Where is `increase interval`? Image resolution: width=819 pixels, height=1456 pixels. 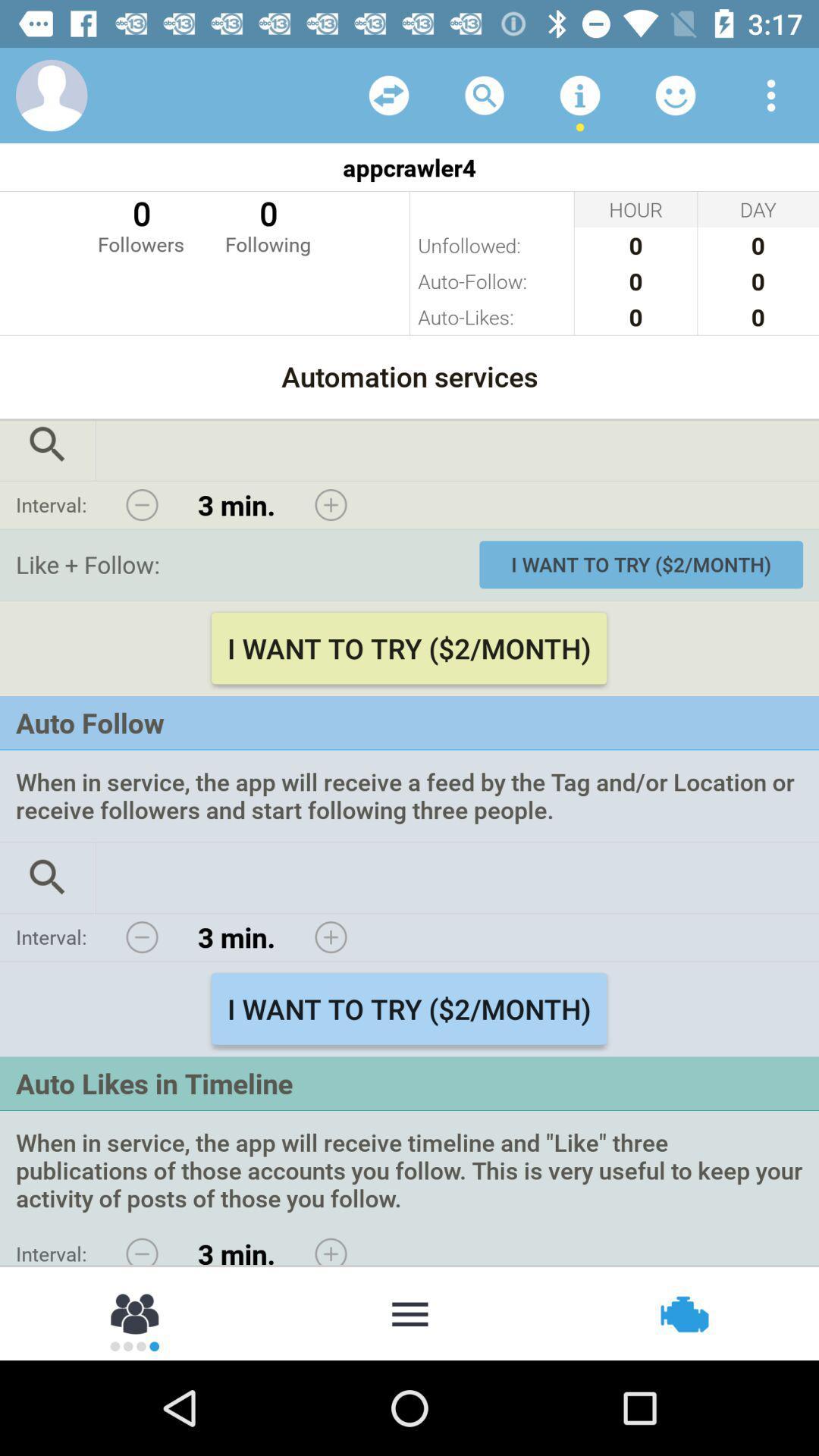 increase interval is located at coordinates (330, 937).